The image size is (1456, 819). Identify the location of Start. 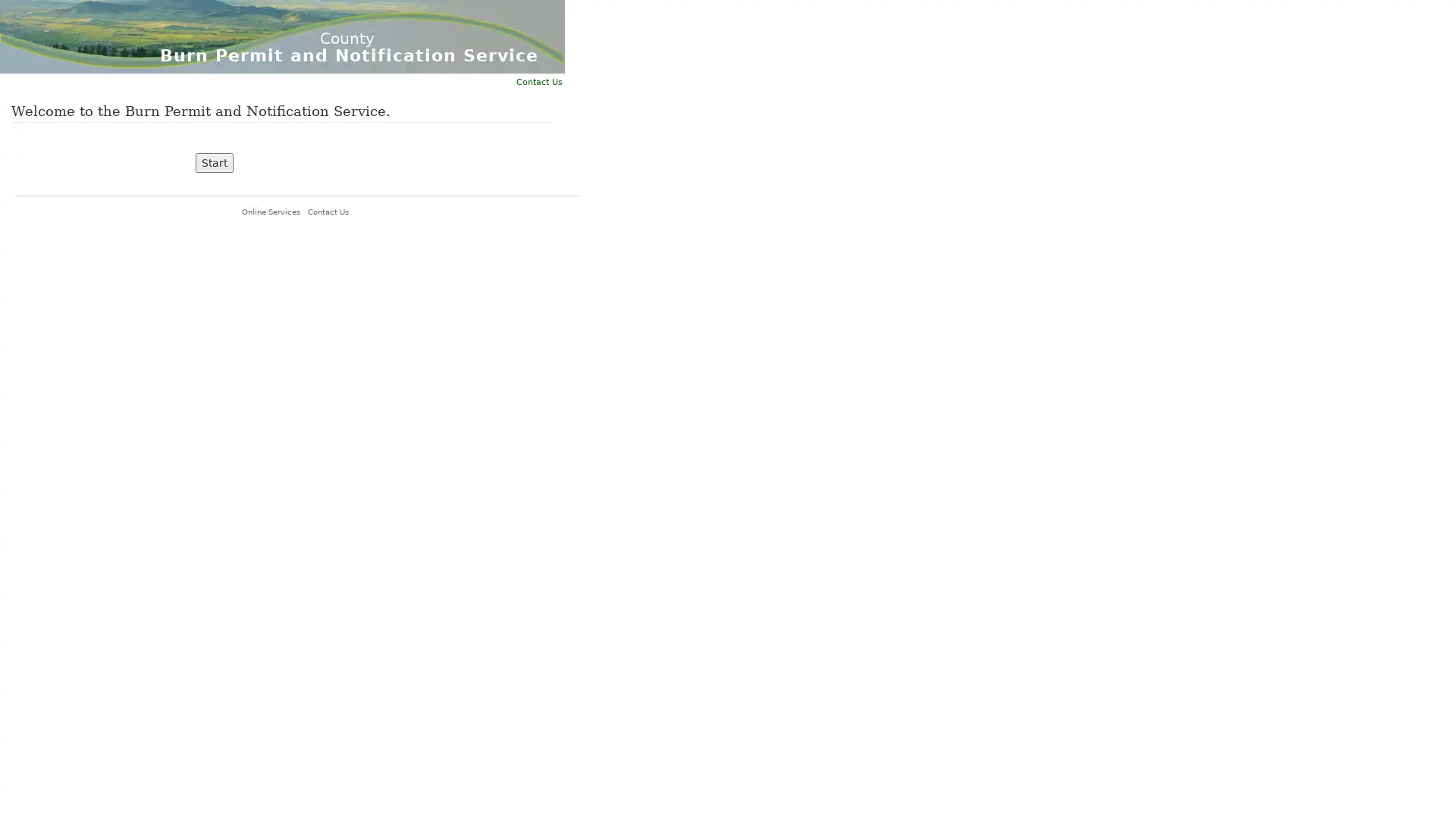
(214, 163).